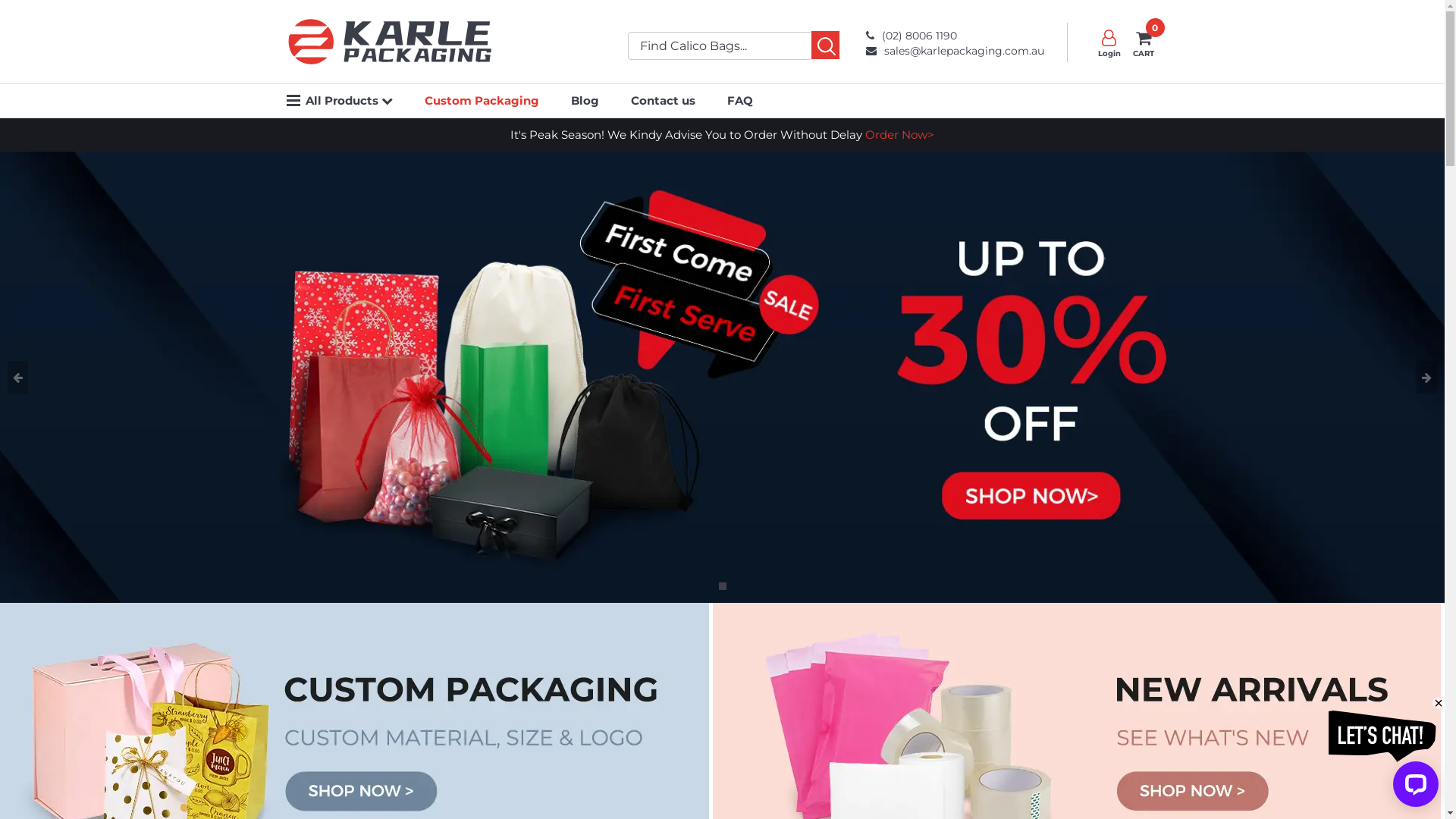 This screenshot has width=1456, height=819. What do you see at coordinates (1128, 42) in the screenshot?
I see `'0` at bounding box center [1128, 42].